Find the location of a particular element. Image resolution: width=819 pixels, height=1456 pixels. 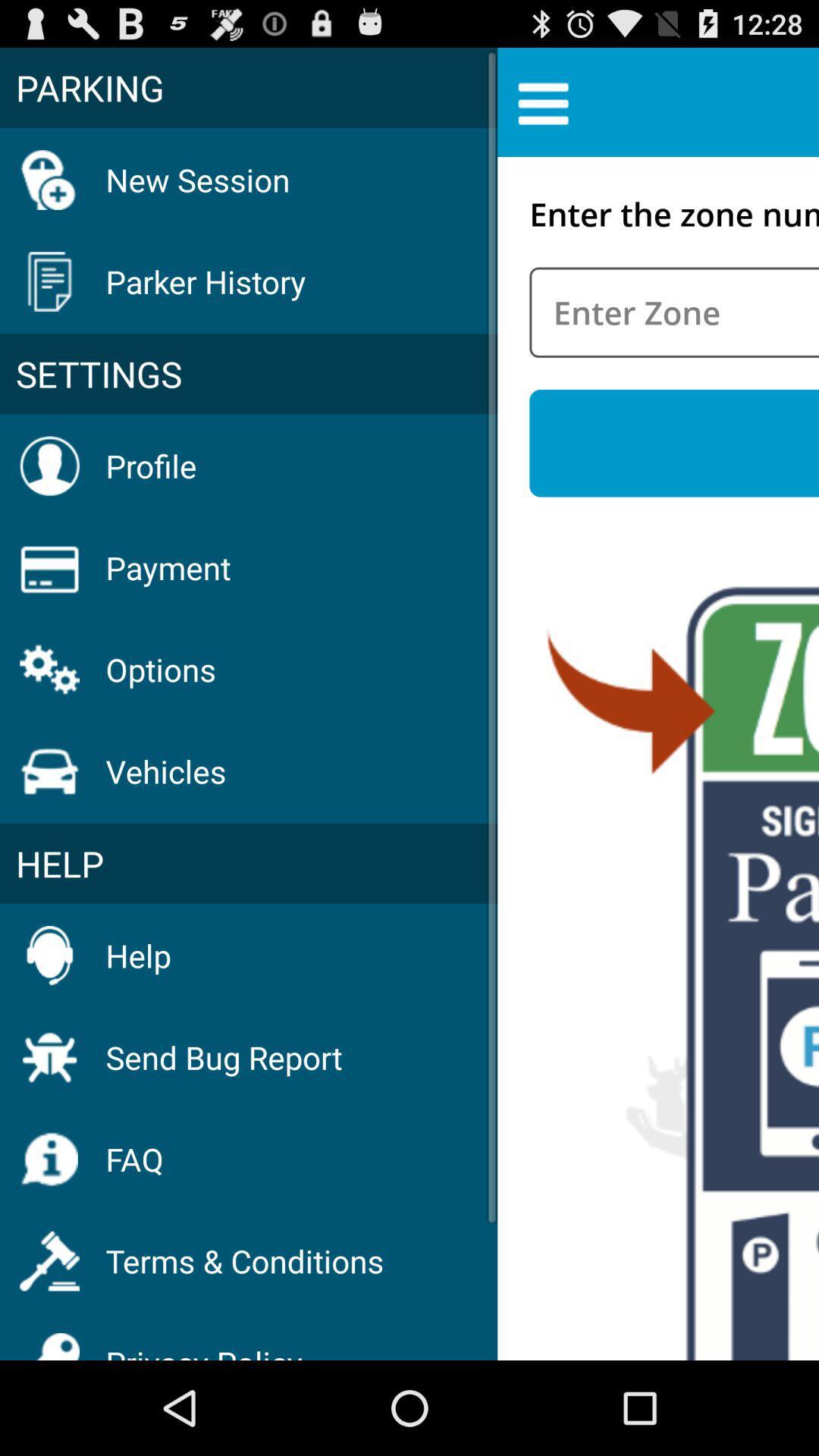

item above the terms & conditions is located at coordinates (133, 1158).